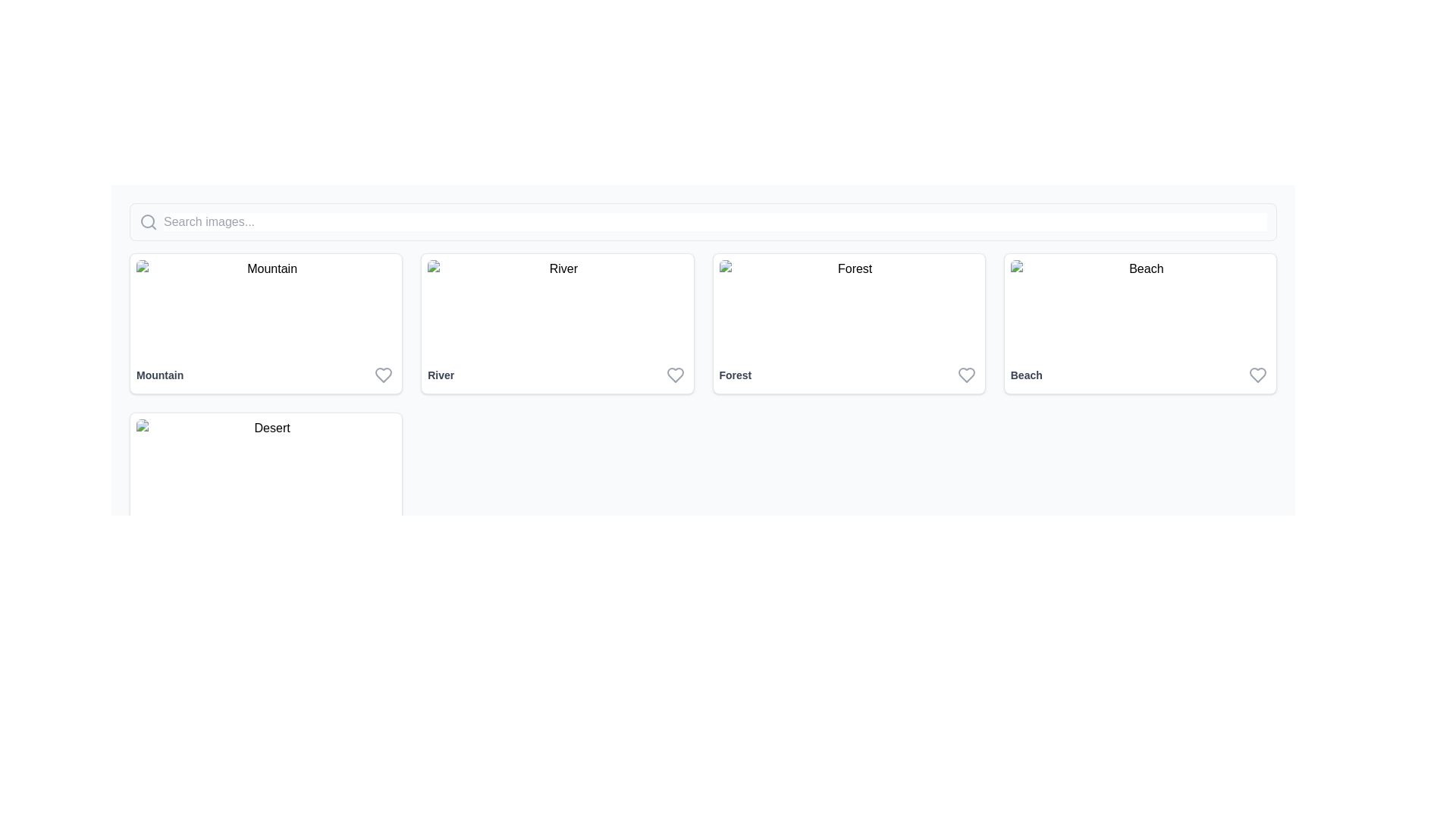  What do you see at coordinates (965, 375) in the screenshot?
I see `the favorite button located in the top-right corner of the 'Forest' card to check for any response` at bounding box center [965, 375].